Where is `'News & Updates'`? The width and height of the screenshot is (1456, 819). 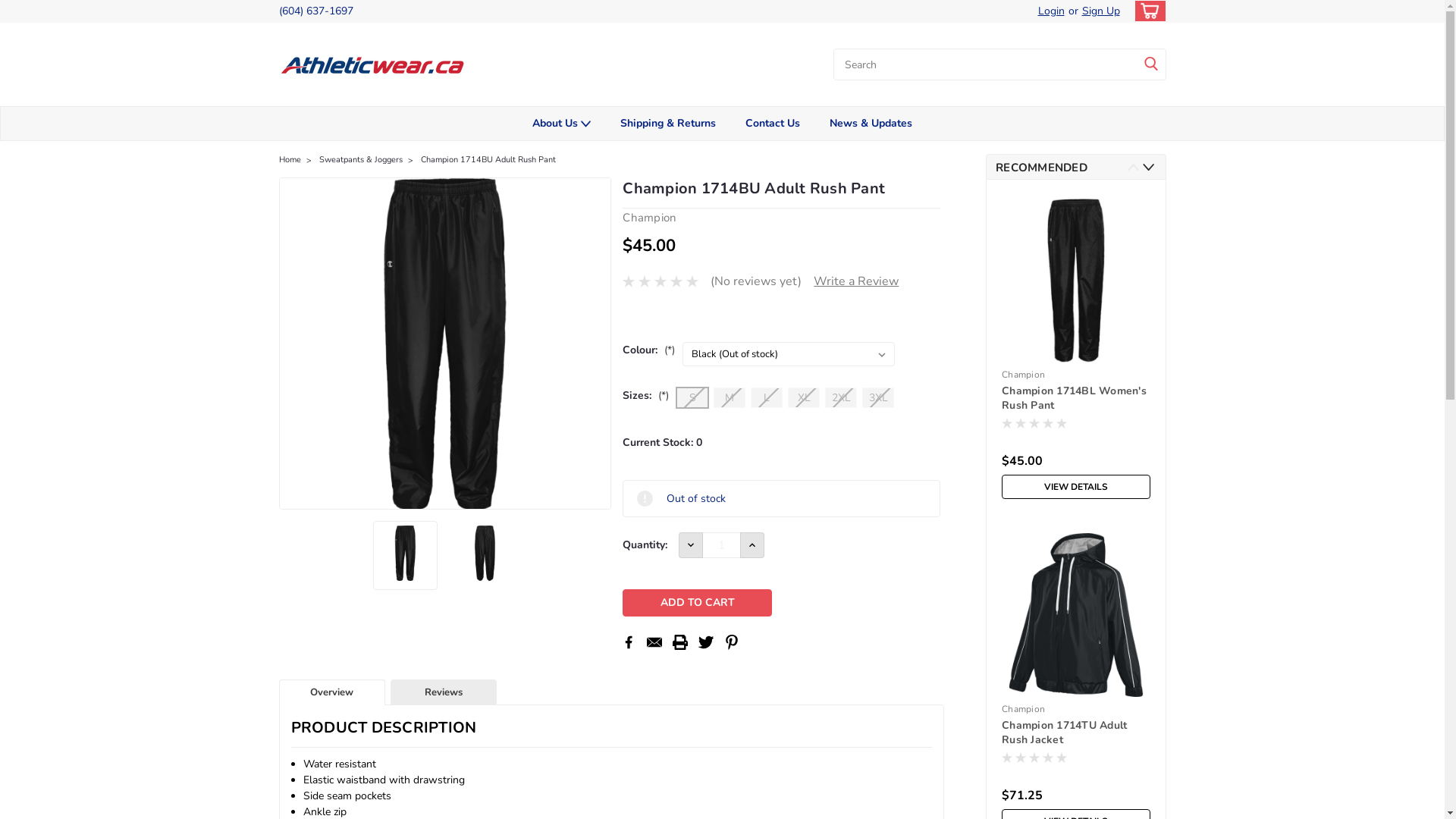 'News & Updates' is located at coordinates (870, 122).